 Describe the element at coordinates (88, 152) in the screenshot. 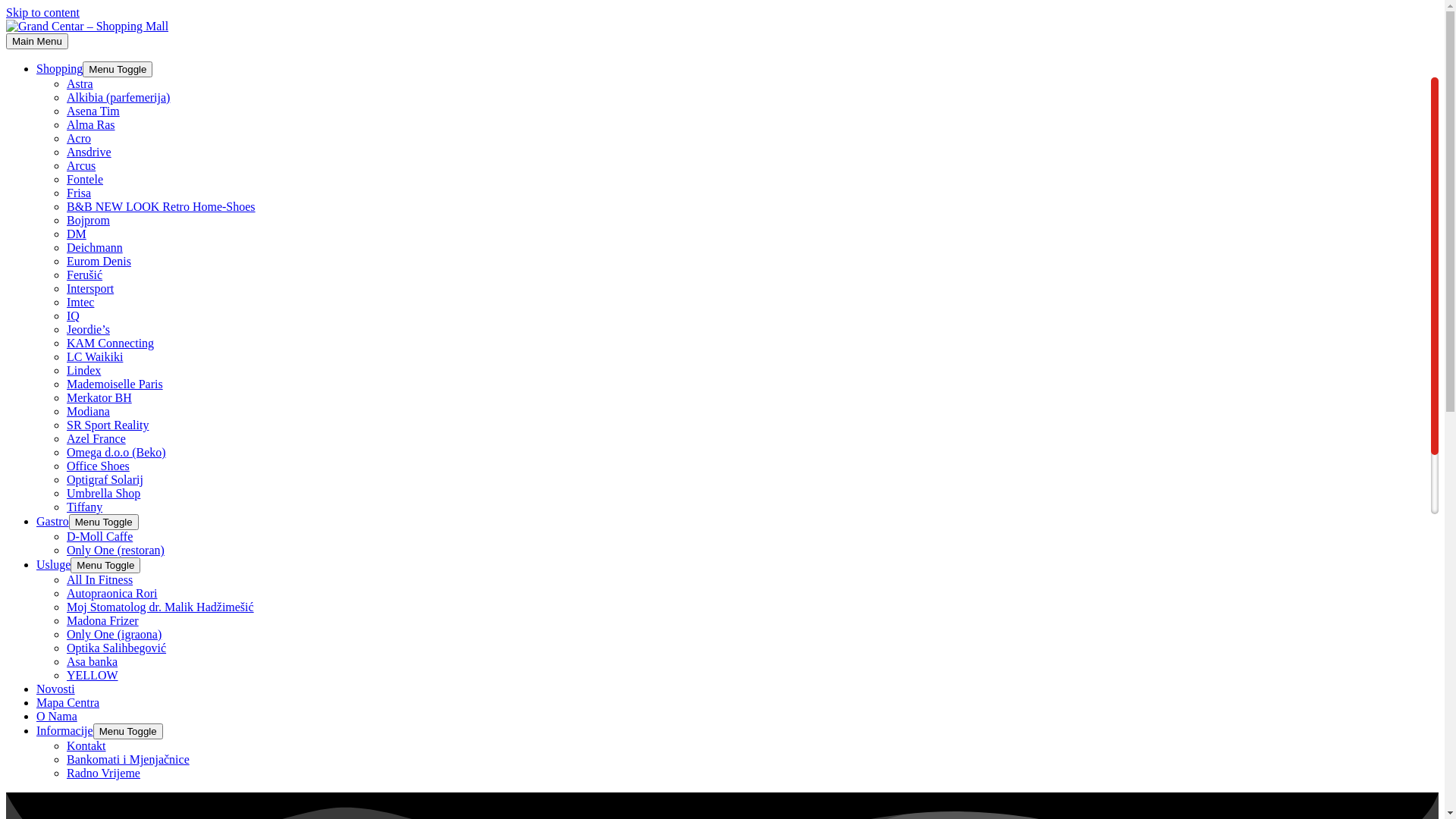

I see `'Ansdrive'` at that location.